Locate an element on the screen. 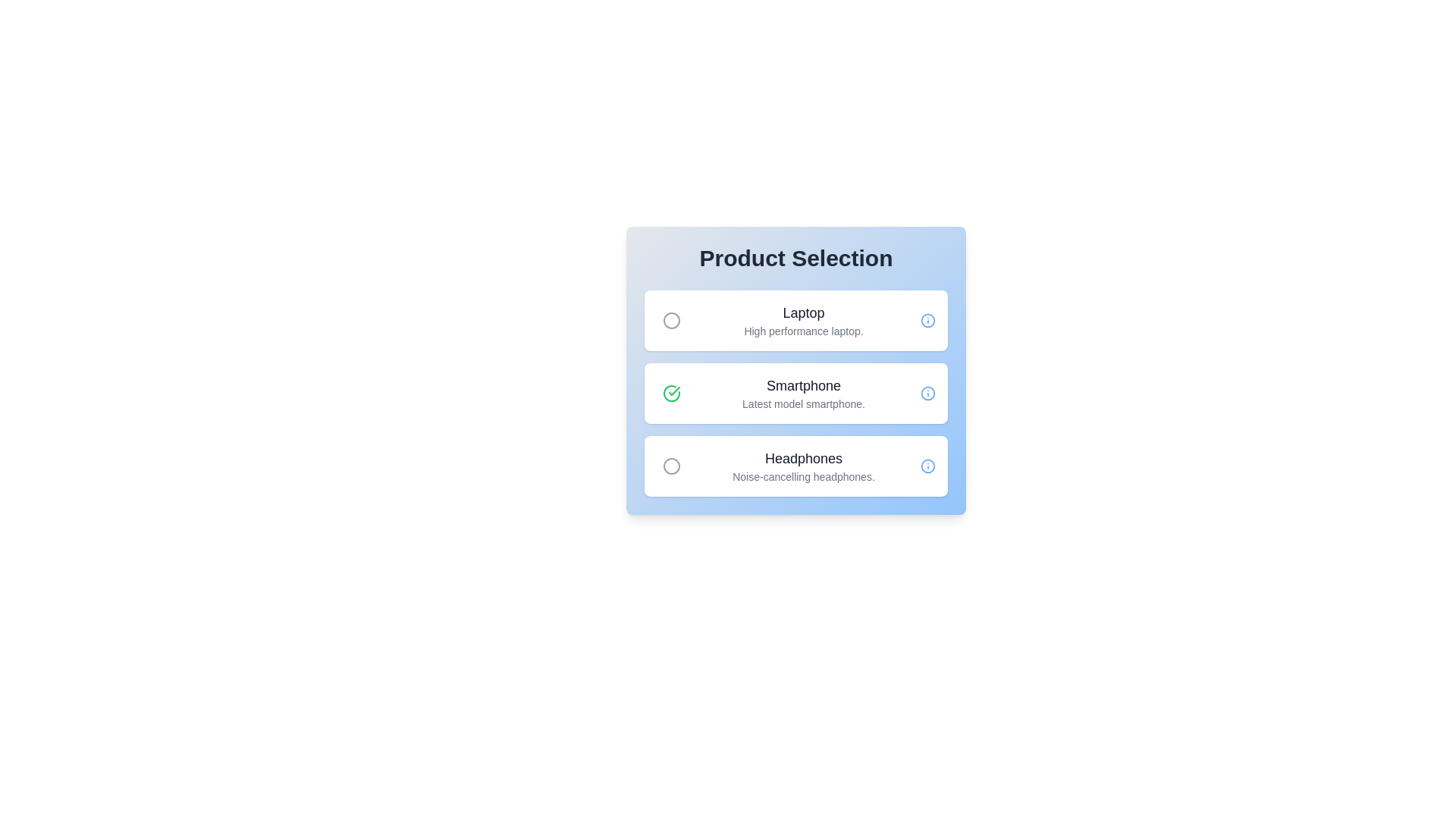  the 'info' icon to view details of the product Smartphone is located at coordinates (927, 393).